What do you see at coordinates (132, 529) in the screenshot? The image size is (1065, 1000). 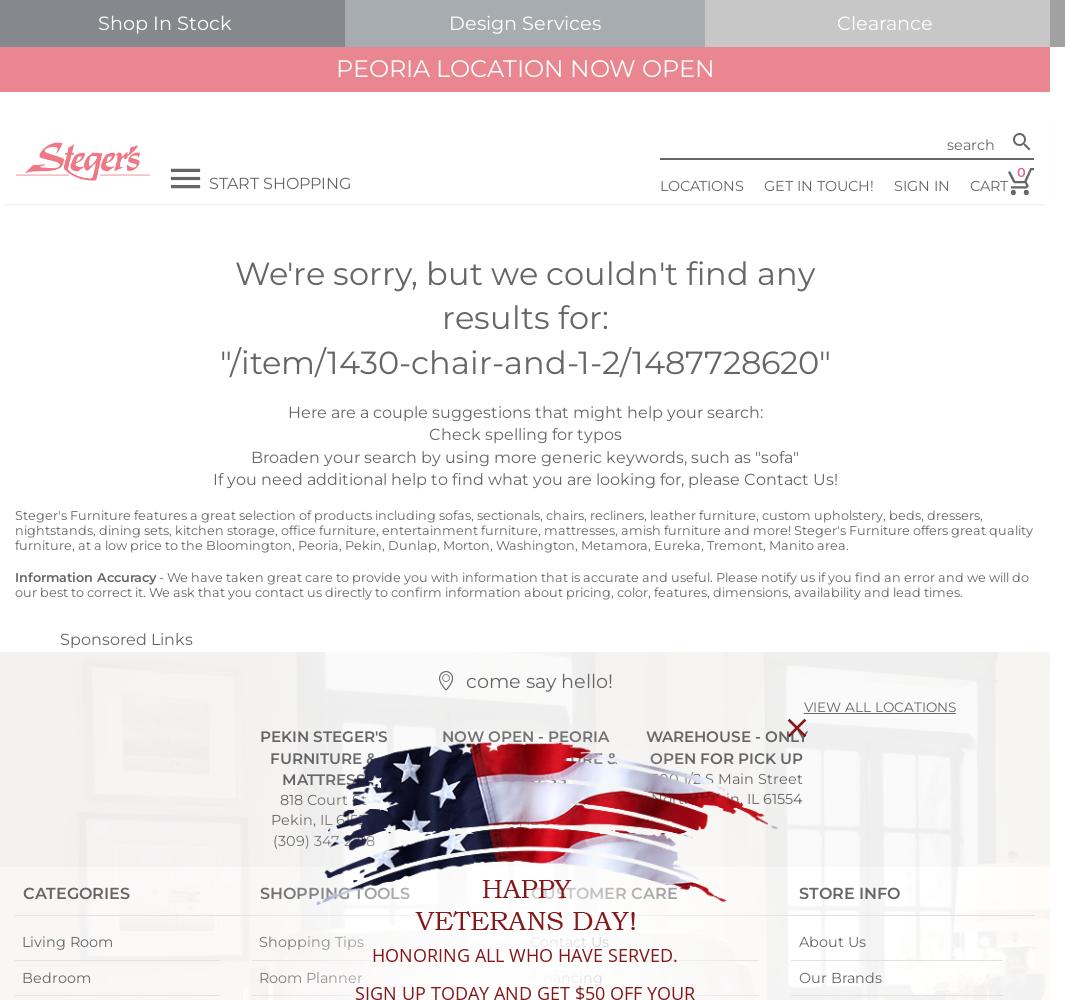 I see `'dining sets'` at bounding box center [132, 529].